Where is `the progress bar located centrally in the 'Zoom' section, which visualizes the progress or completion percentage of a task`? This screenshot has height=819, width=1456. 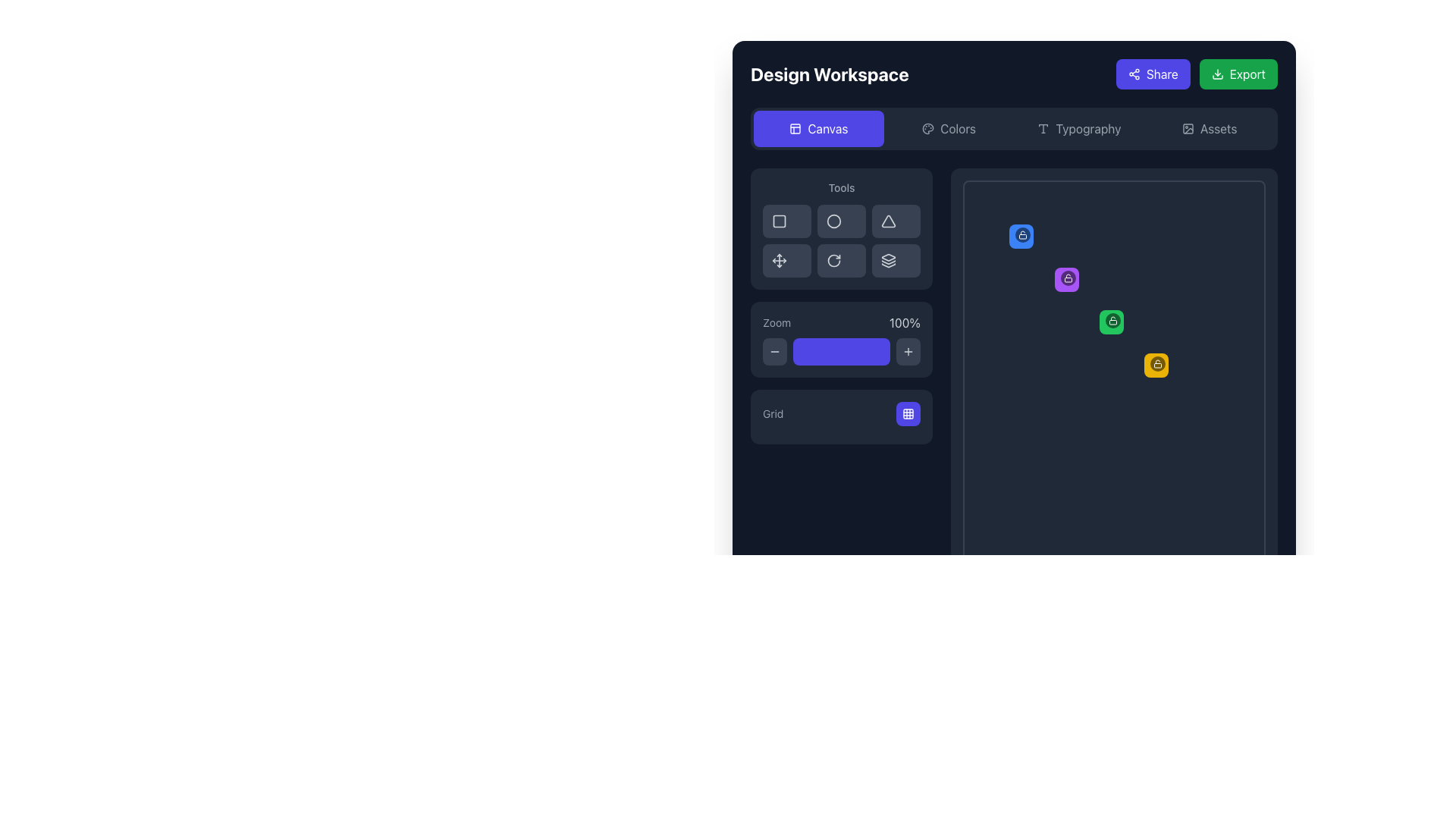
the progress bar located centrally in the 'Zoom' section, which visualizes the progress or completion percentage of a task is located at coordinates (840, 351).